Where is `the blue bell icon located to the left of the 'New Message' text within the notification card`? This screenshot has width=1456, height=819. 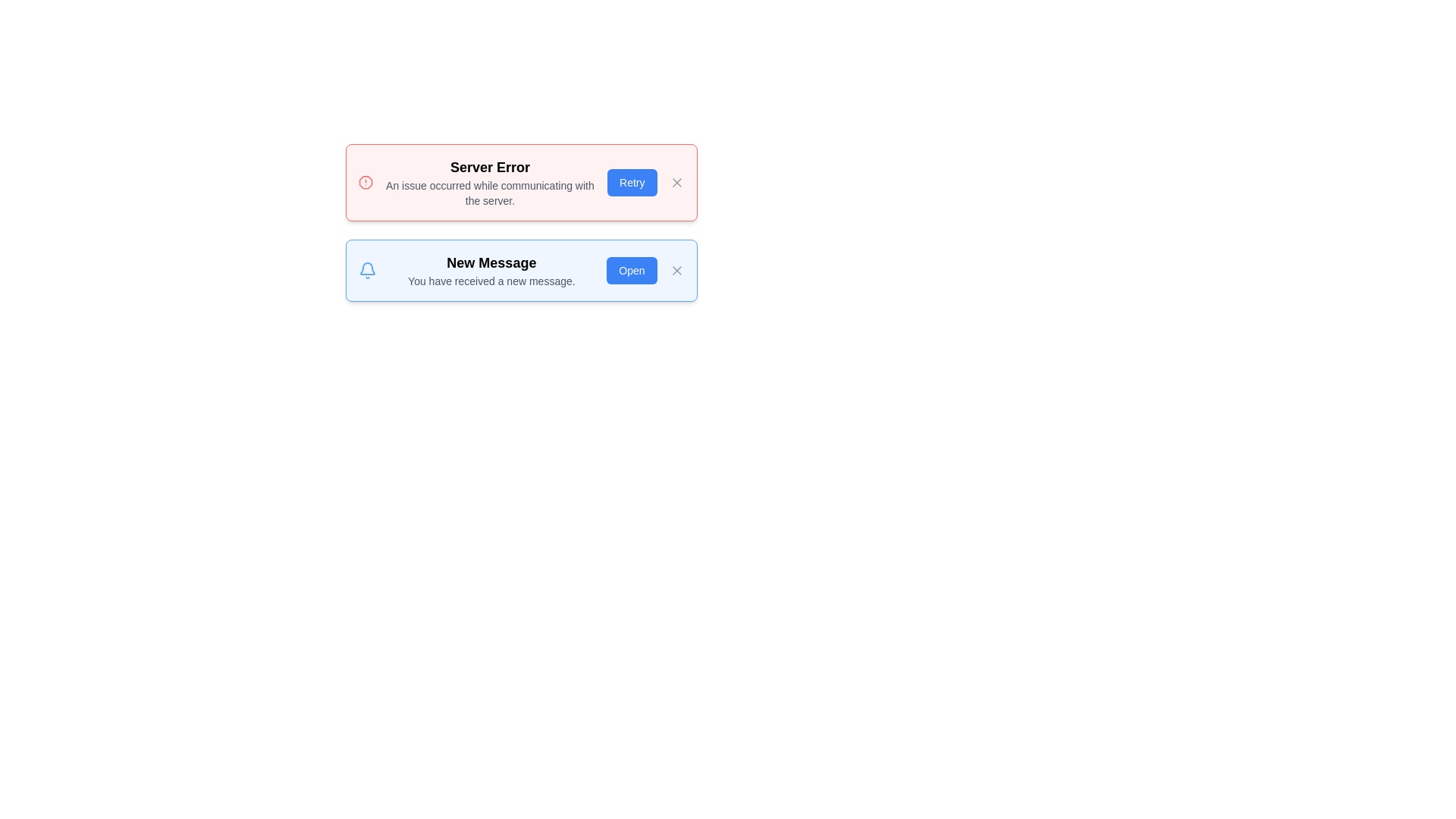
the blue bell icon located to the left of the 'New Message' text within the notification card is located at coordinates (367, 270).